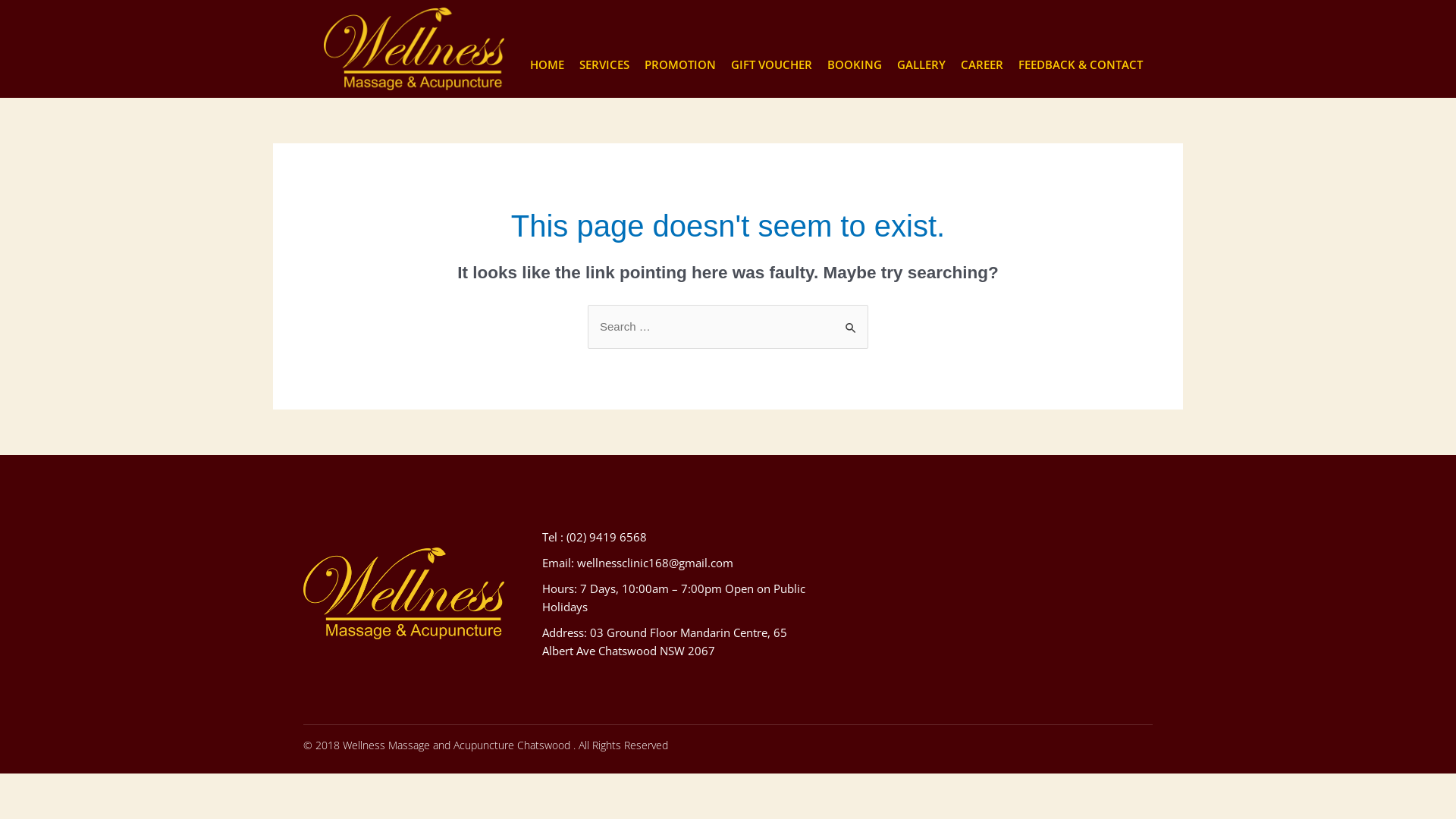 The height and width of the screenshot is (819, 1456). Describe the element at coordinates (1079, 63) in the screenshot. I see `'FEEDBACK & CONTACT'` at that location.